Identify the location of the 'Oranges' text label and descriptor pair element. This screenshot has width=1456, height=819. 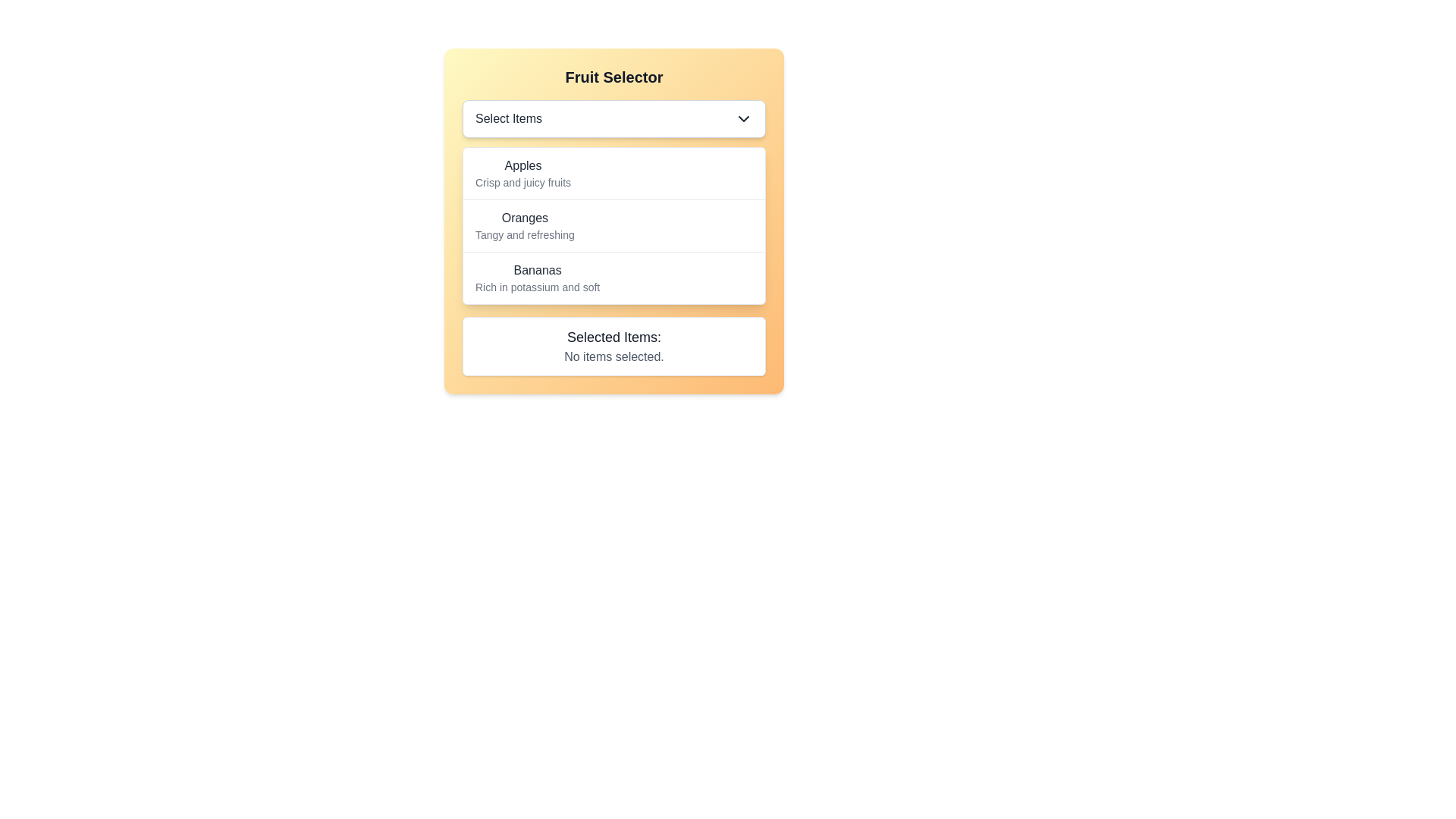
(525, 225).